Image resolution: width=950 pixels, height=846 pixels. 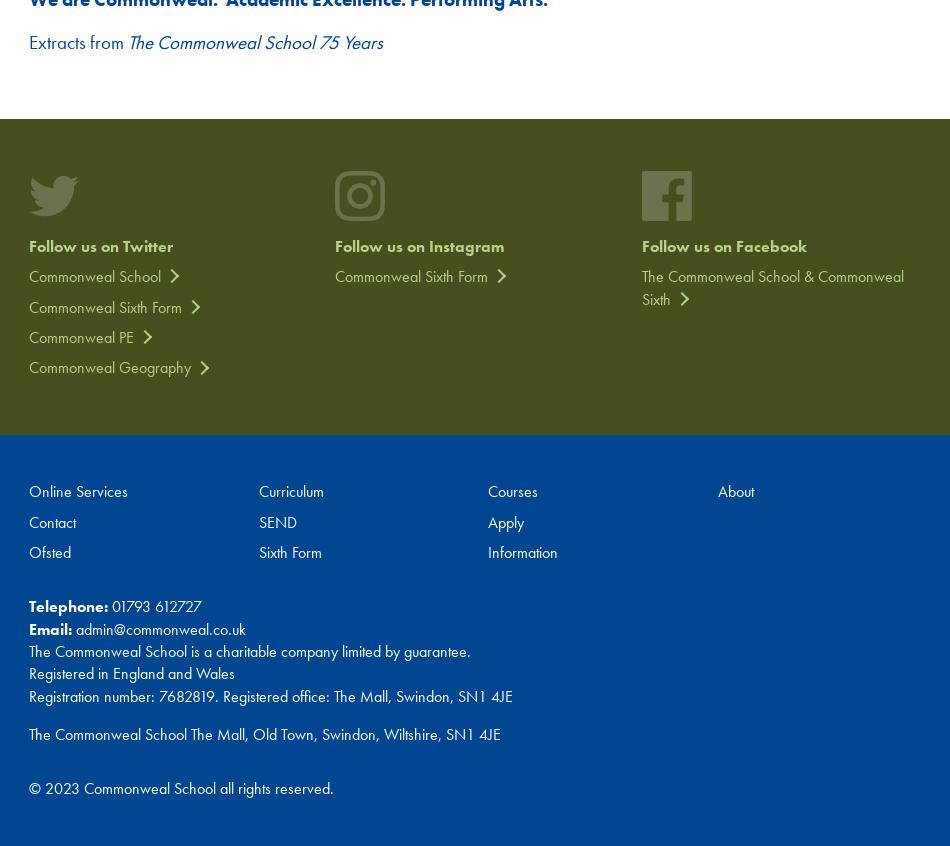 I want to click on 'Follow us on Twitter', so click(x=100, y=245).